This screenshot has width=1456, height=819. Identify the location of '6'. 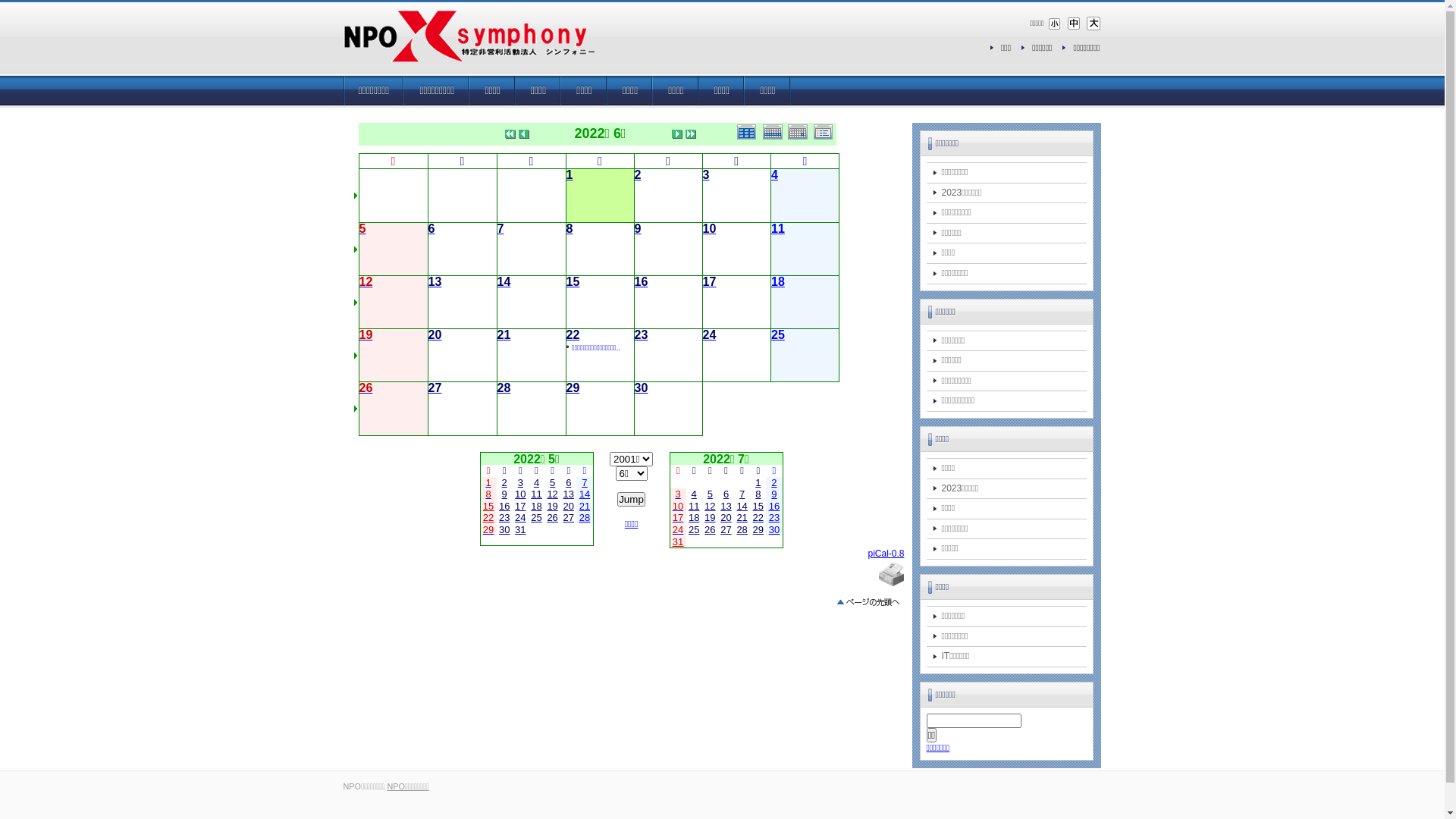
(567, 482).